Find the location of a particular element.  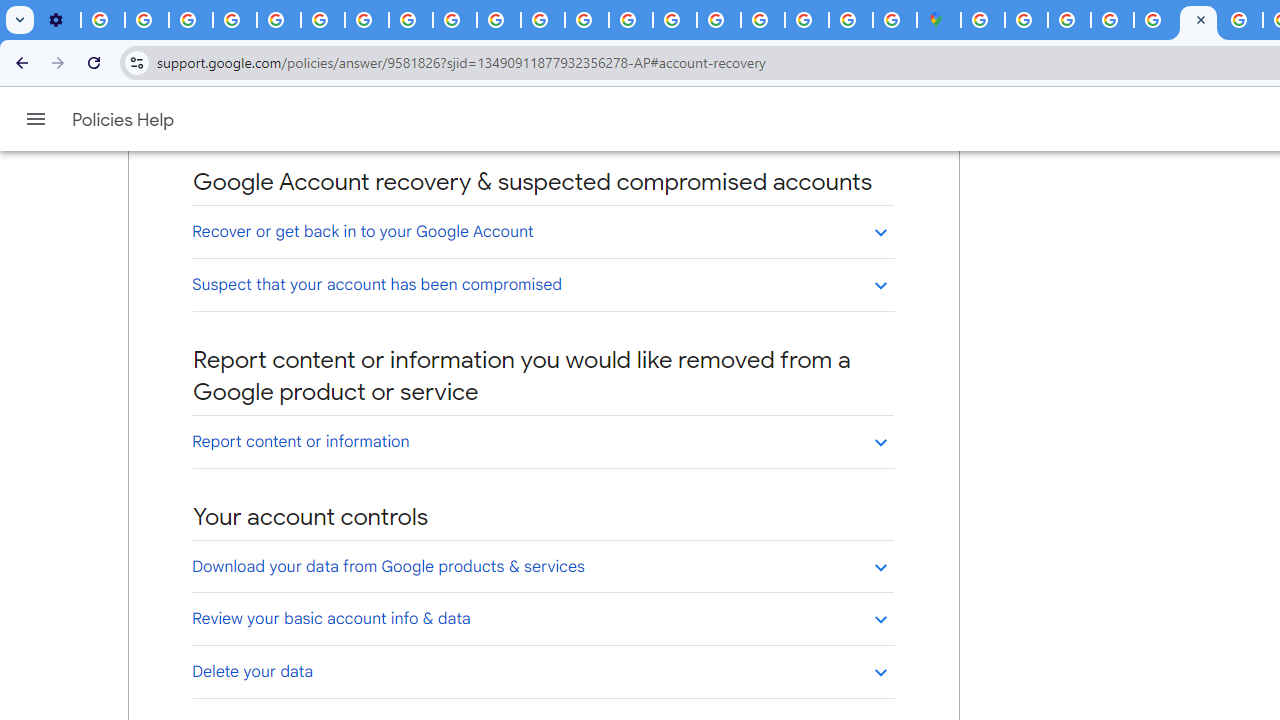

'Main menu' is located at coordinates (35, 119).